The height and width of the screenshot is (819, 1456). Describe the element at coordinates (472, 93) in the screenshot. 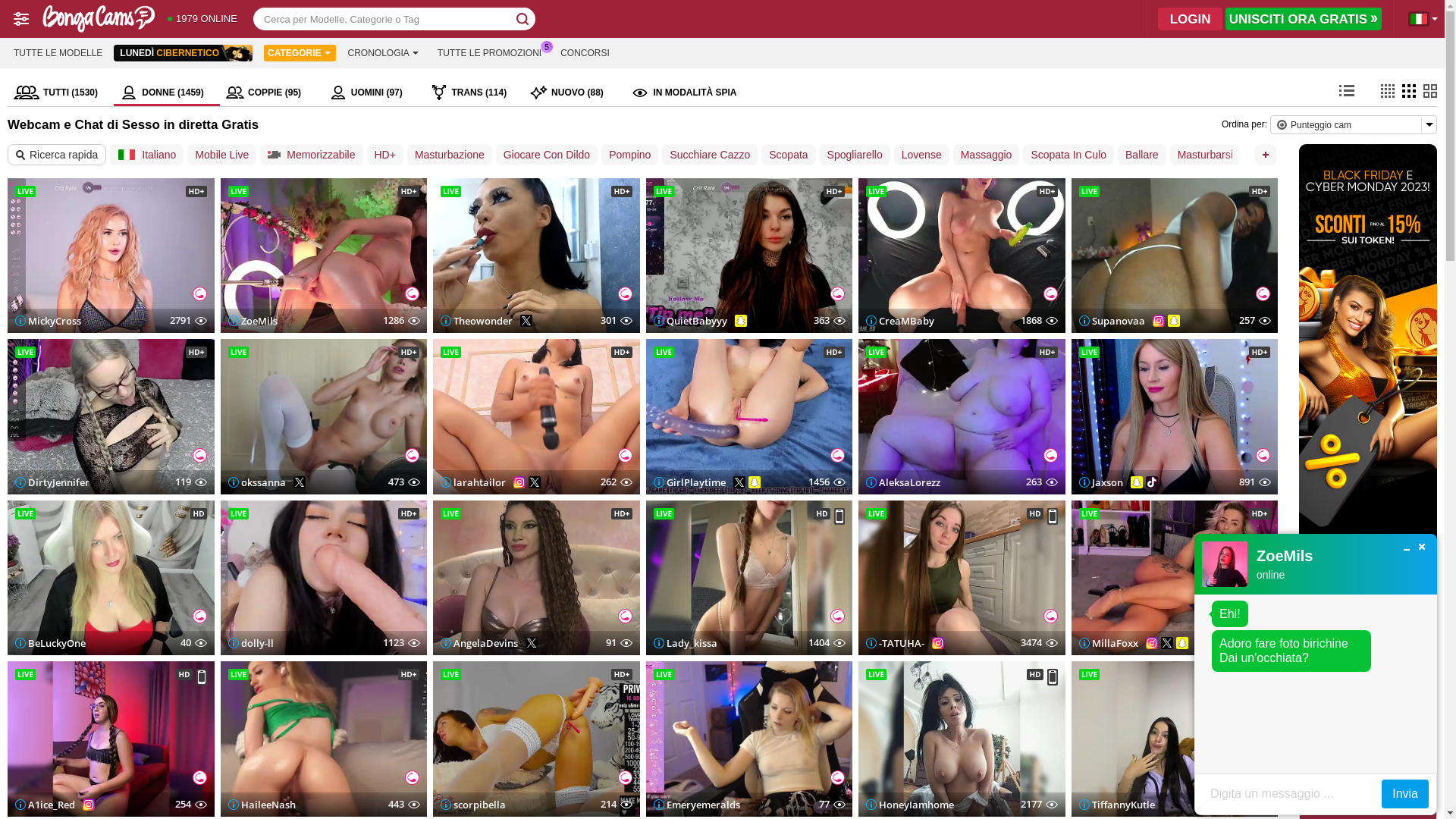

I see `'TRANS (114)'` at that location.